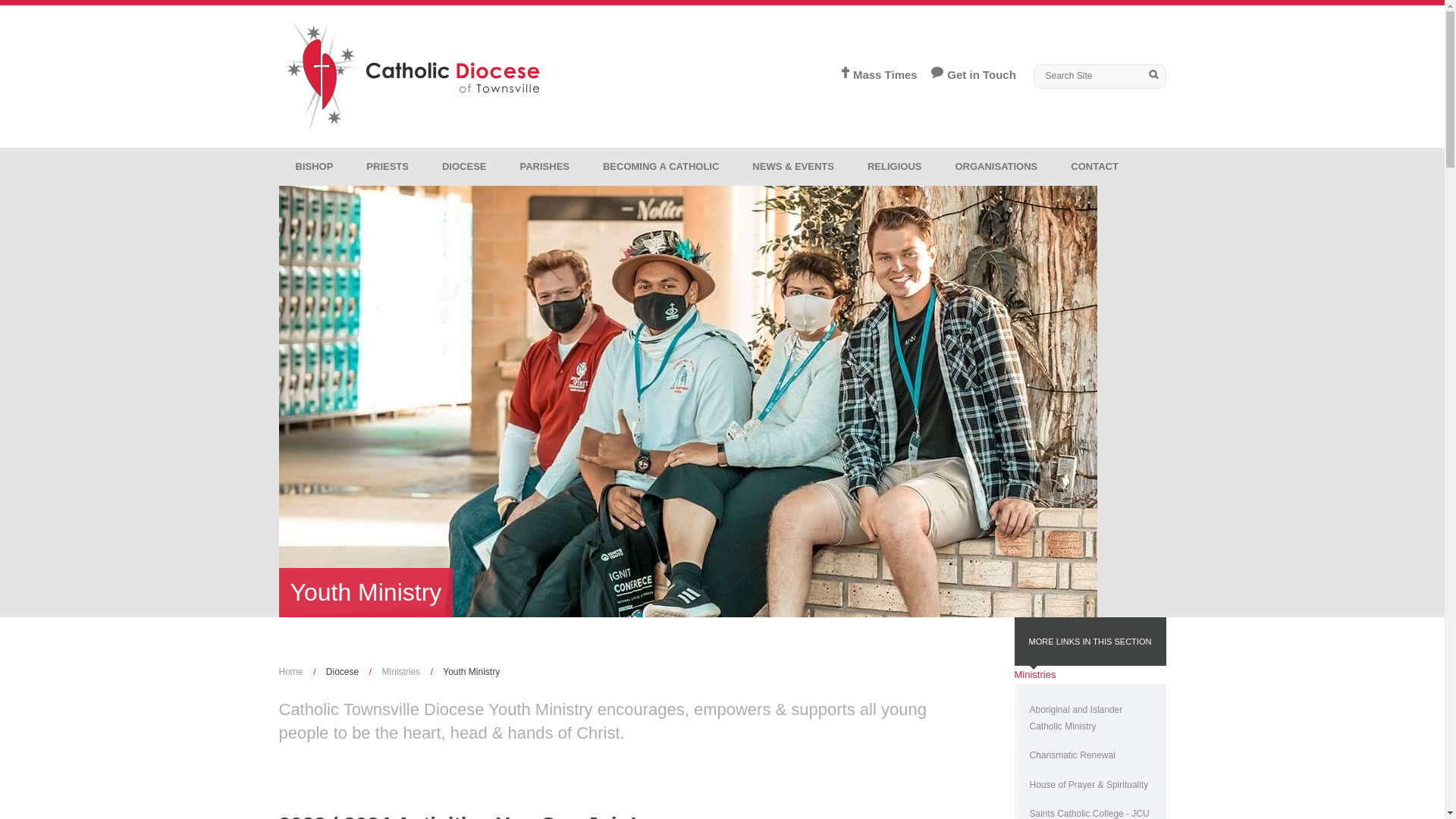 This screenshot has width=1456, height=819. Describe the element at coordinates (1015, 784) in the screenshot. I see `'House of Prayer & Spirituality'` at that location.